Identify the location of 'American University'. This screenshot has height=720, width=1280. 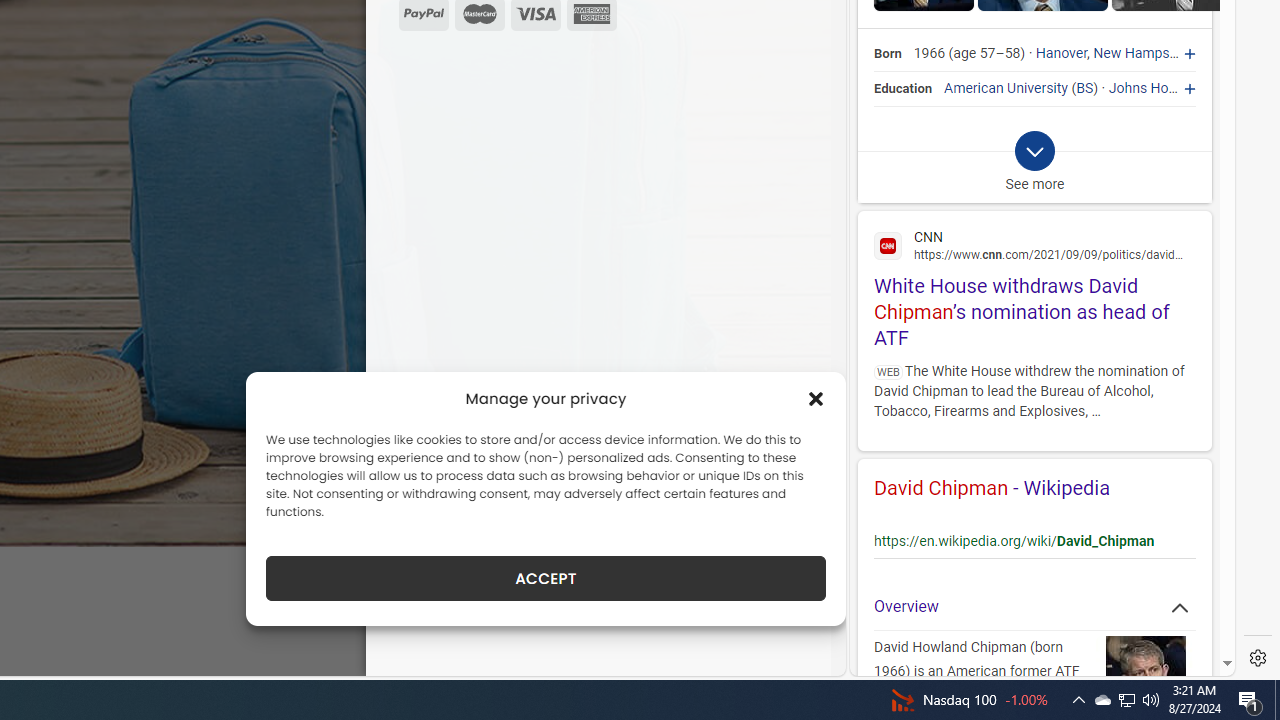
(1006, 87).